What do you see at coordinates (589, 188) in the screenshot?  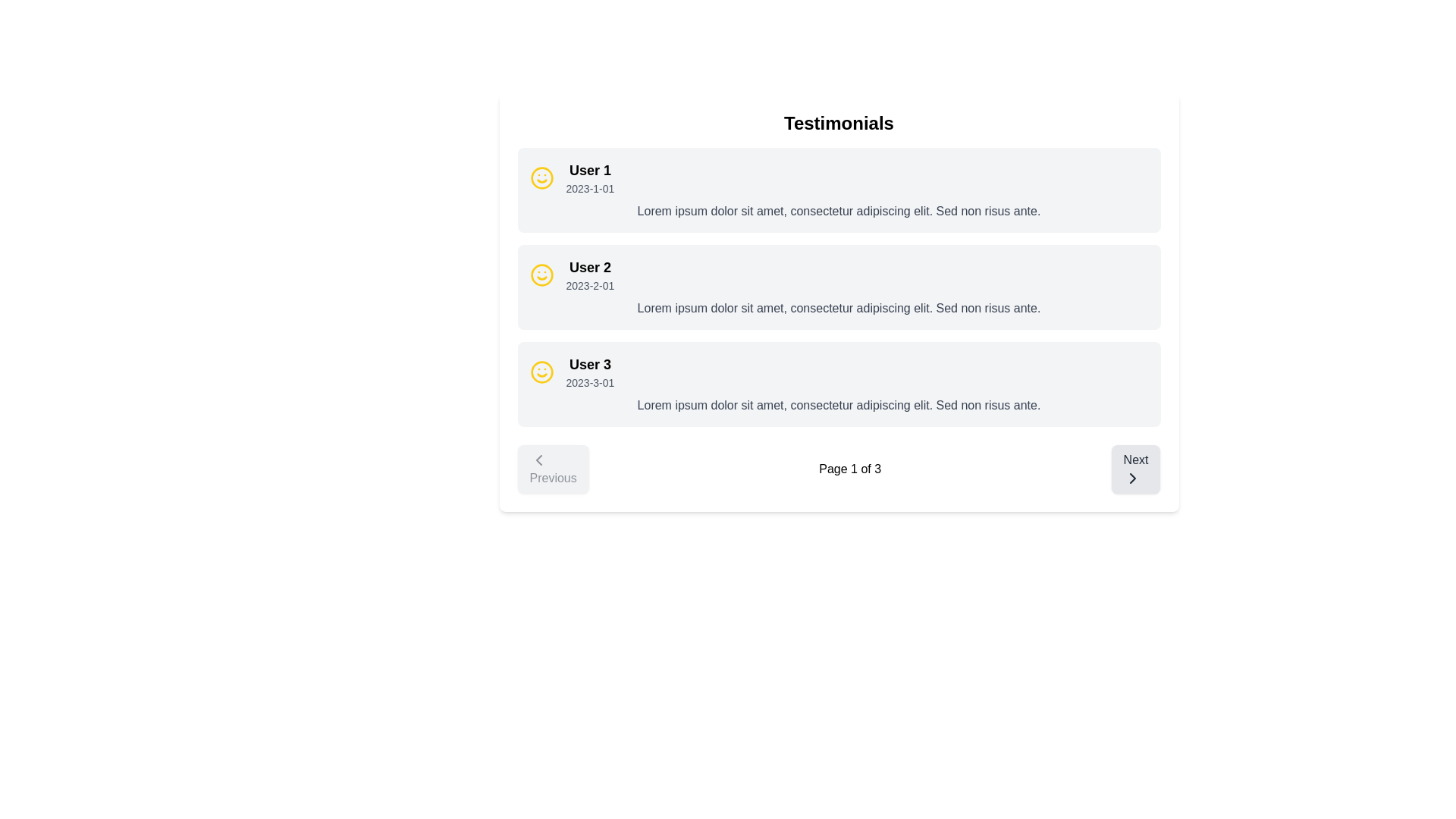 I see `the static text element displaying the date '2023-1-01' located under 'User 1' in the testimonial layout` at bounding box center [589, 188].